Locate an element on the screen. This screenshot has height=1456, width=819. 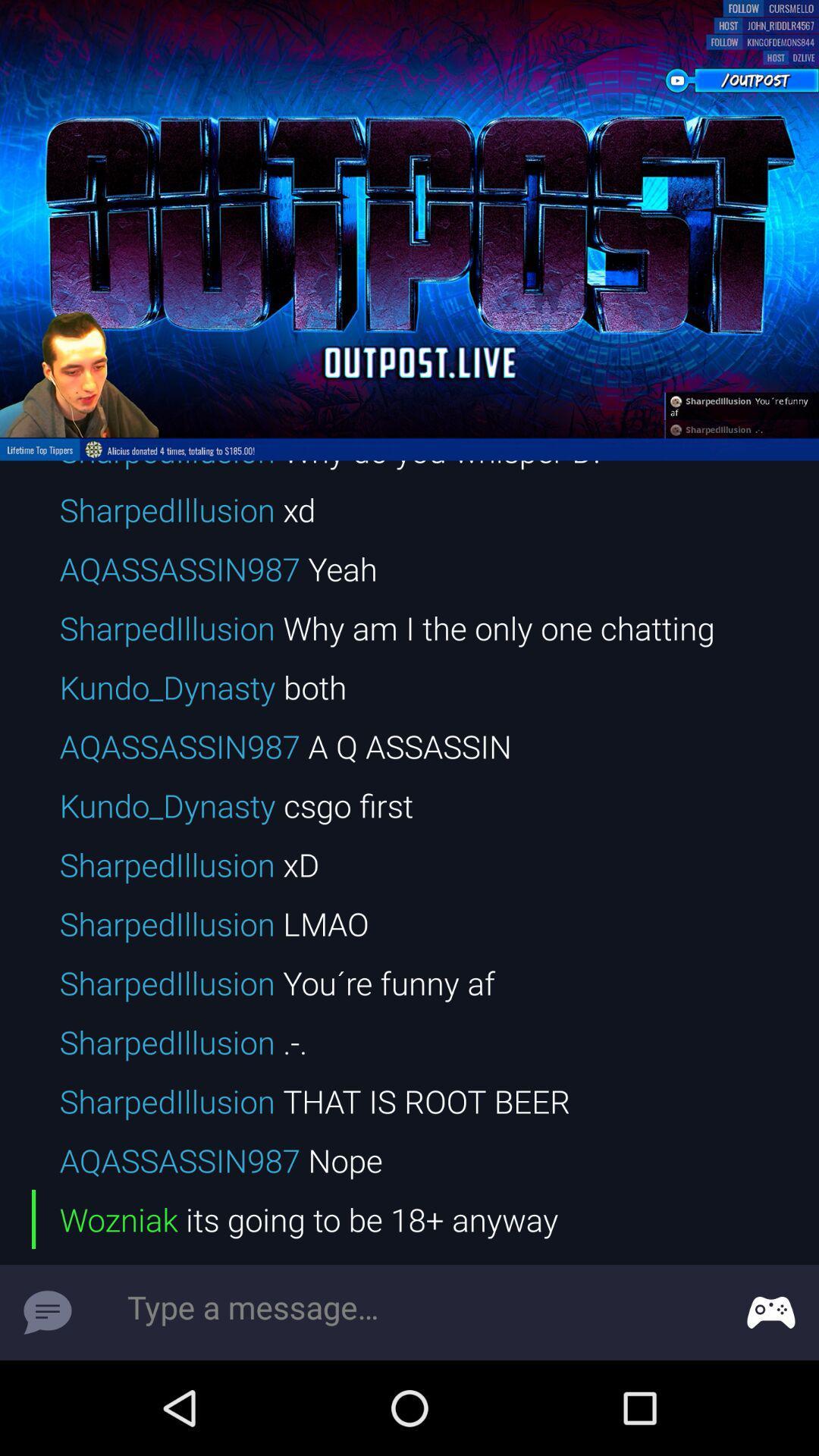
game is located at coordinates (771, 1312).